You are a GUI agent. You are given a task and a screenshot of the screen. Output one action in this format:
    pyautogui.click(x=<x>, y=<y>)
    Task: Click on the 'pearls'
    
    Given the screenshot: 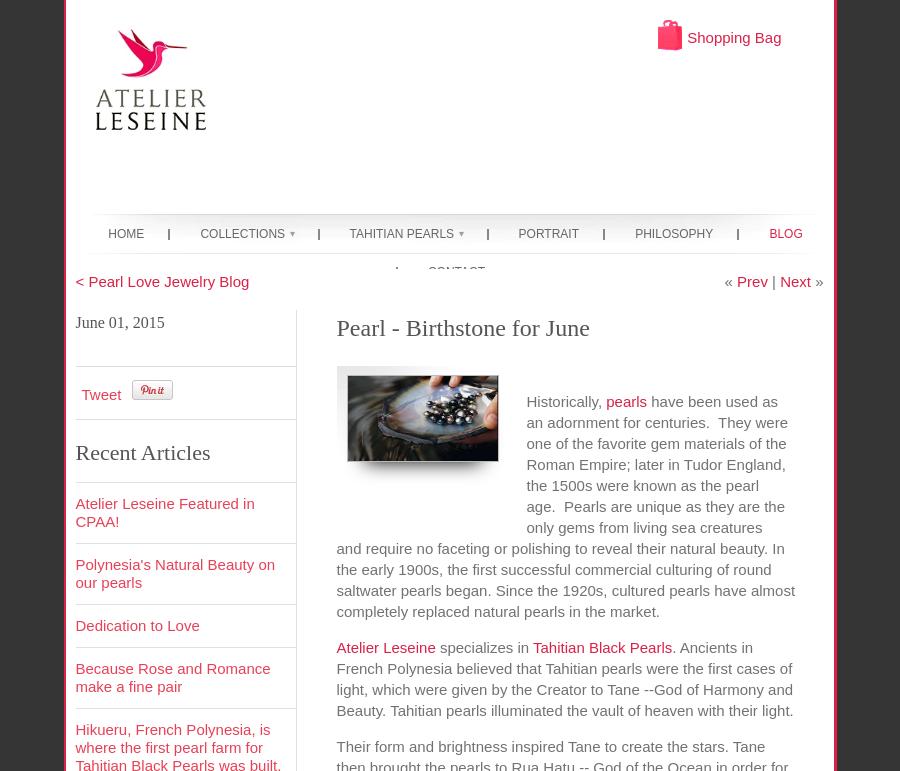 What is the action you would take?
    pyautogui.click(x=602, y=400)
    